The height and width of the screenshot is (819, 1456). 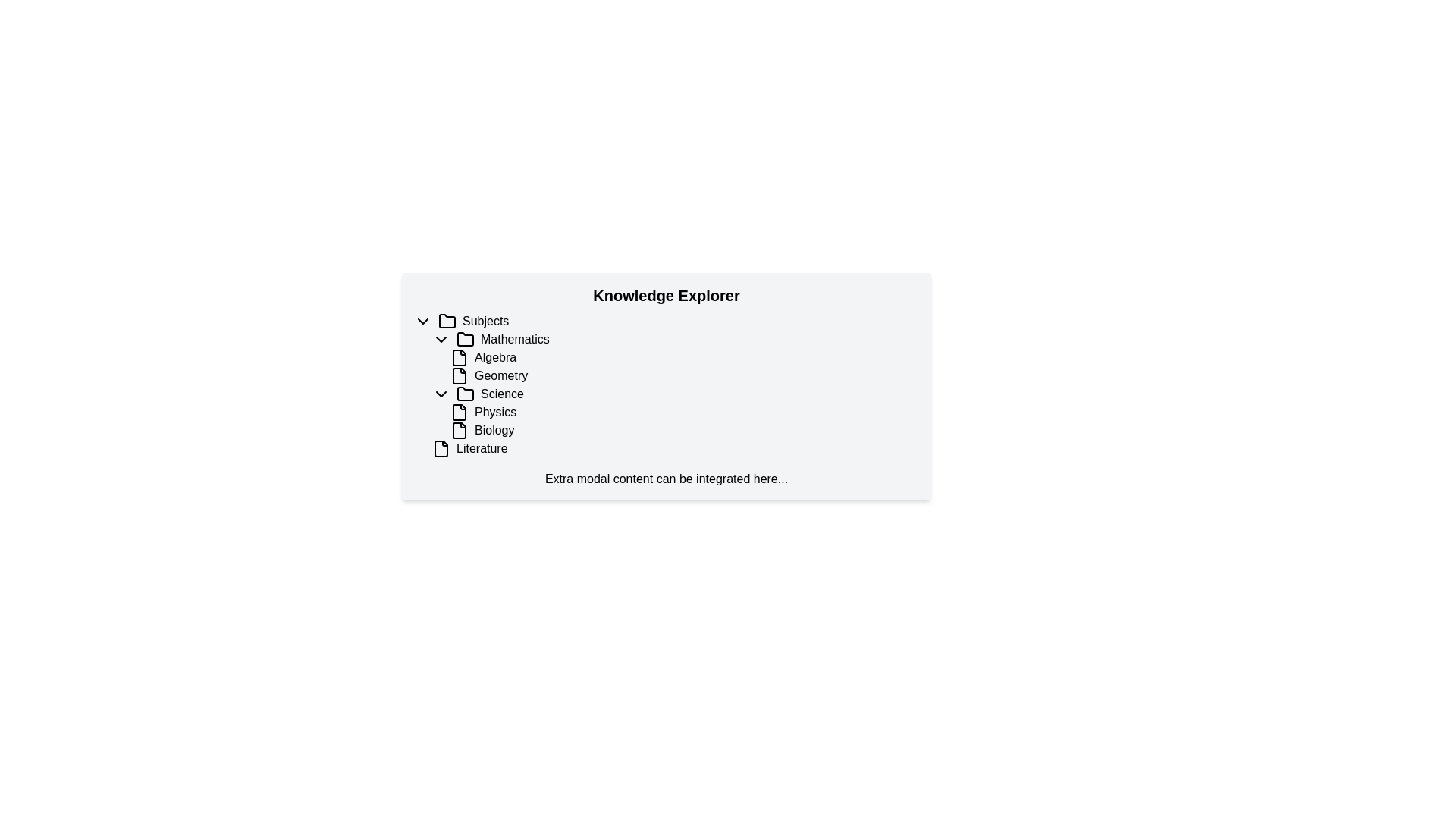 I want to click on the folder icon associated with the 'Mathematics' category in the 'Knowledge Explorer' panel, so click(x=465, y=338).